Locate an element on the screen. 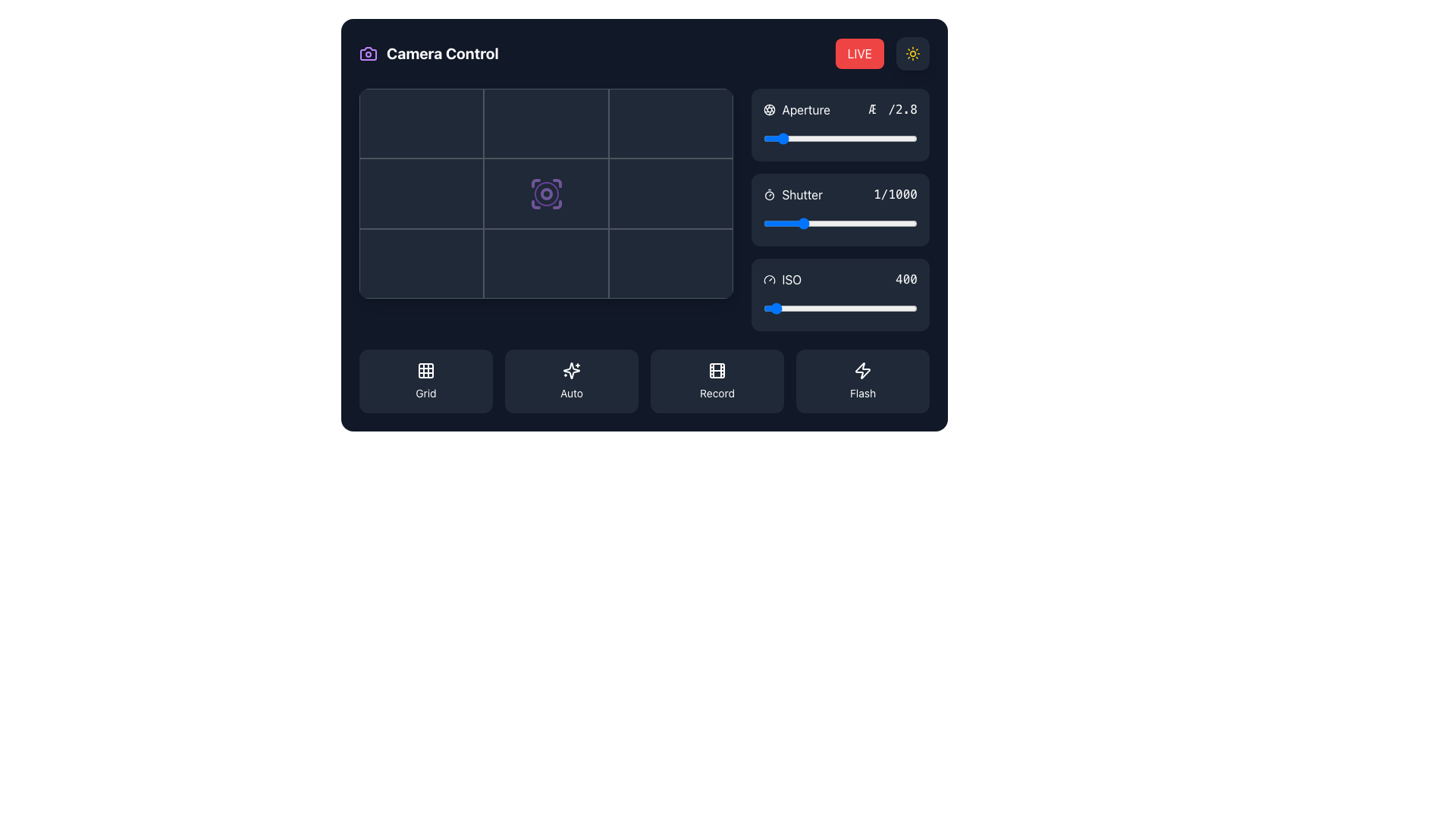  the first grid cell located in the top-left corner of the 3x3 grid layout is located at coordinates (422, 123).